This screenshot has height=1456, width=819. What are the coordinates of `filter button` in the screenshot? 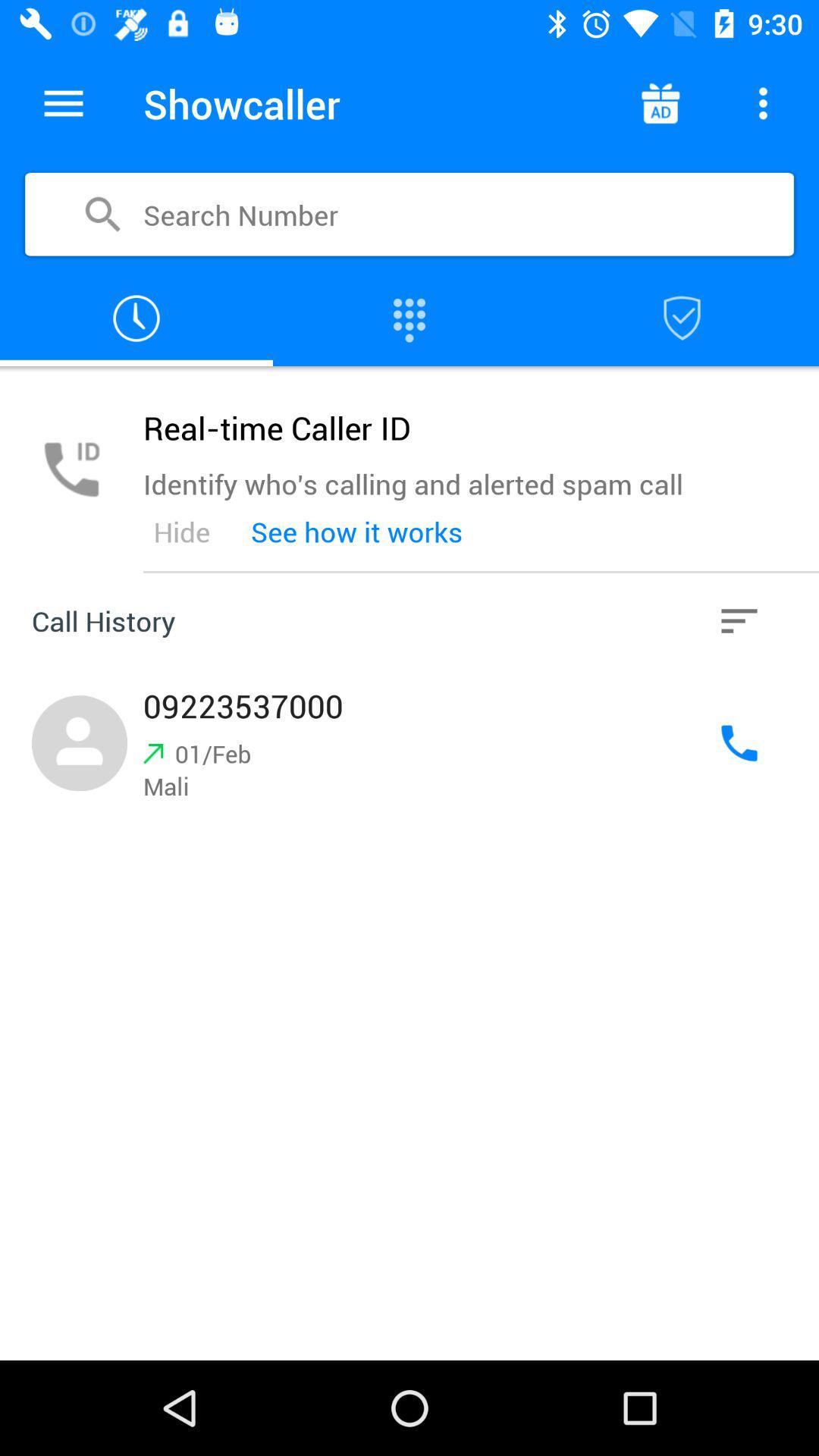 It's located at (739, 621).